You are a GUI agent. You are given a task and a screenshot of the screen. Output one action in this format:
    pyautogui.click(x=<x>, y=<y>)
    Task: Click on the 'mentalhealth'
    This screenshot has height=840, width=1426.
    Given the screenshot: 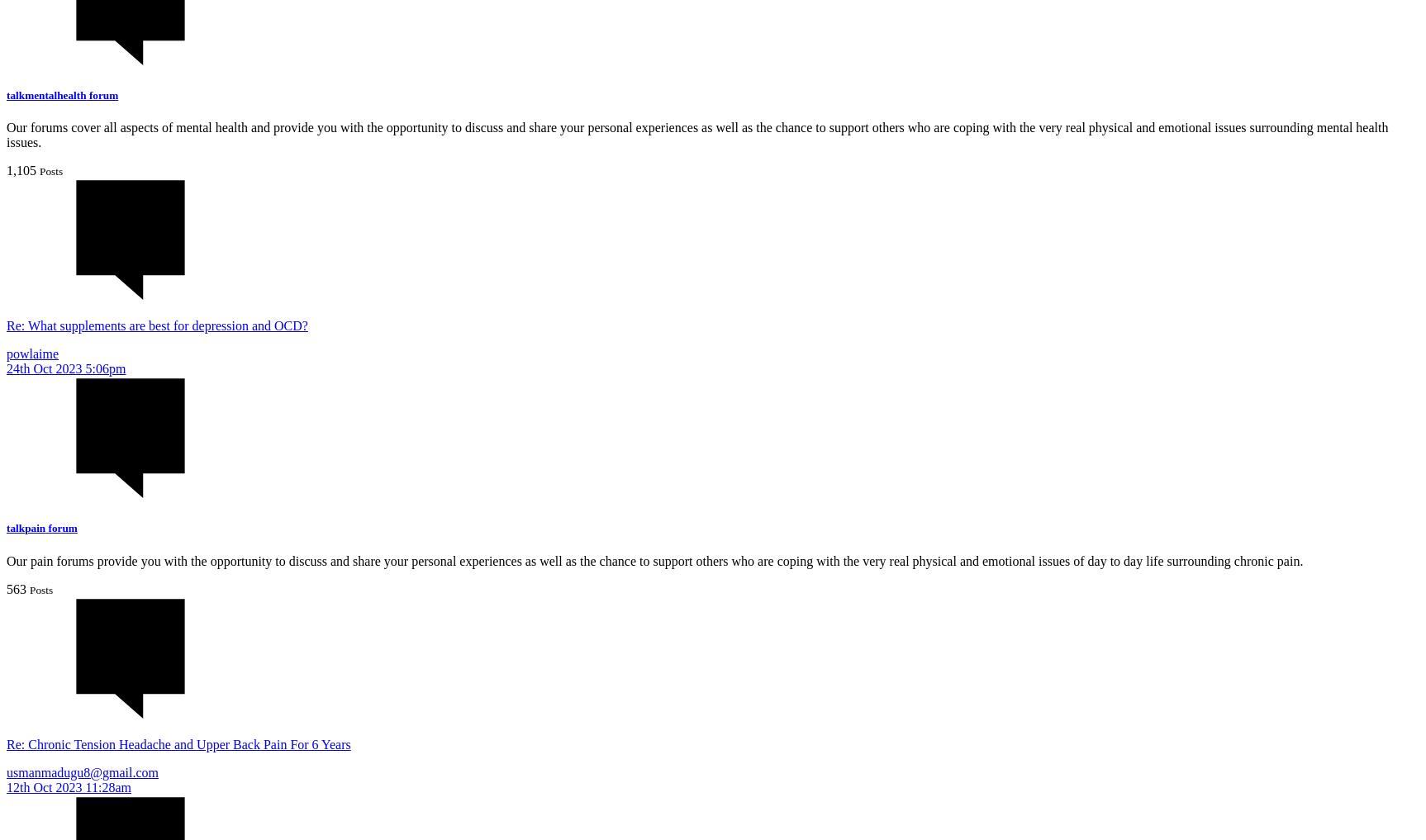 What is the action you would take?
    pyautogui.click(x=25, y=94)
    